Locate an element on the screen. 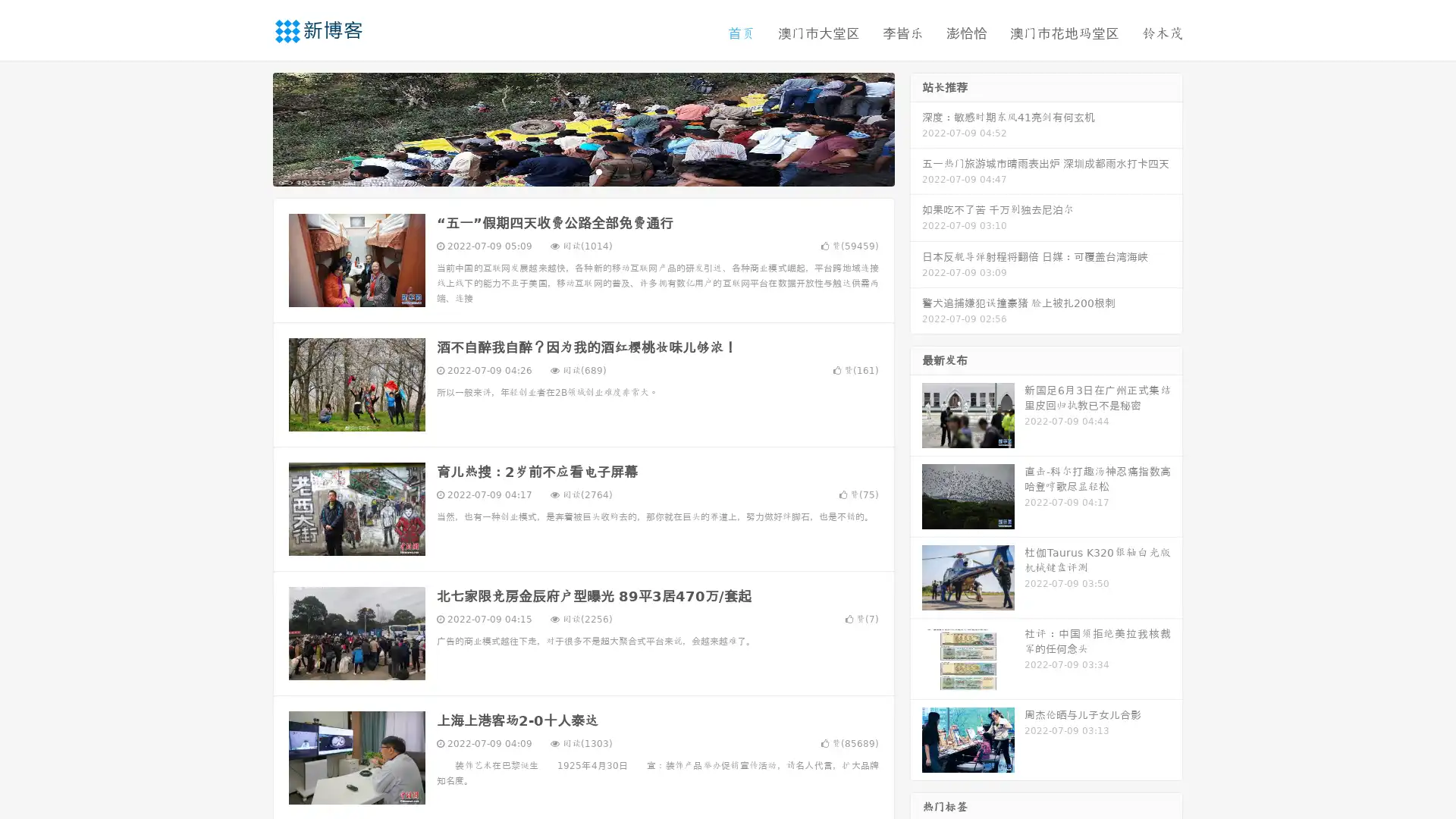 This screenshot has height=819, width=1456. Previous slide is located at coordinates (250, 127).